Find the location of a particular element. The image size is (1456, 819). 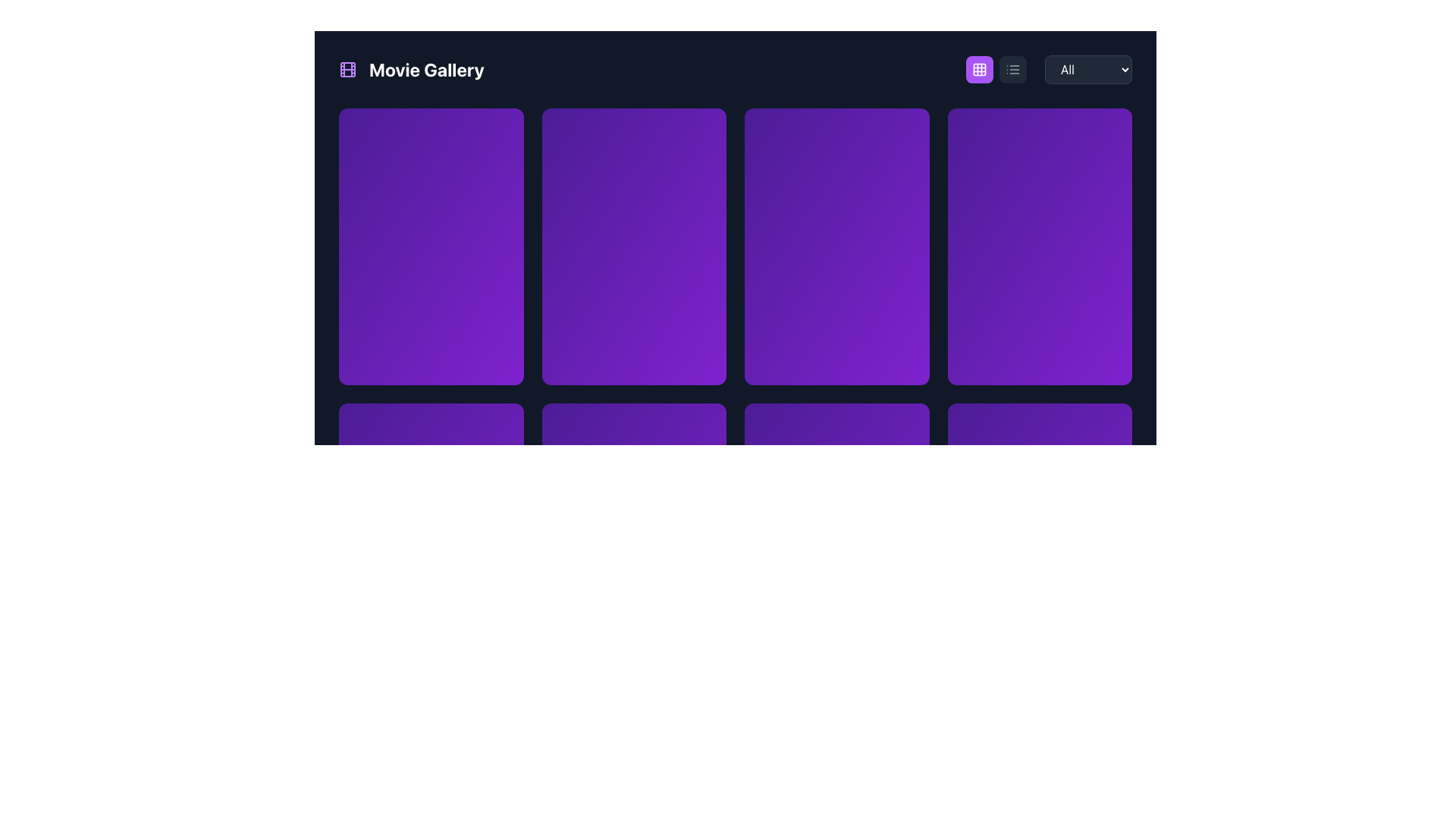

the white star-shaped SVG graphic located in the bottom-right section of the interface is located at coordinates (971, 427).